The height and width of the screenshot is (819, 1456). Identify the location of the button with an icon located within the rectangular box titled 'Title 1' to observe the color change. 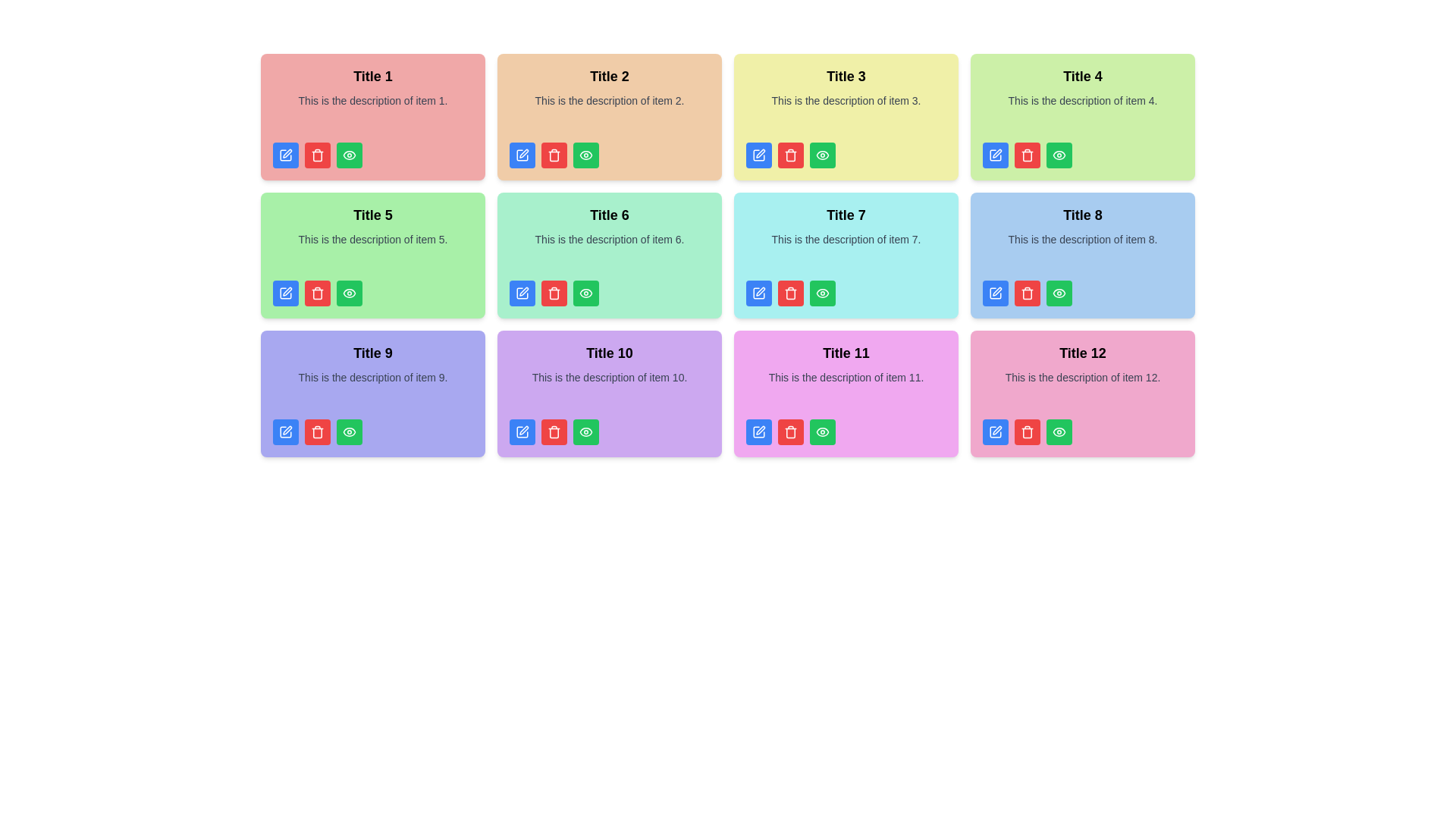
(348, 155).